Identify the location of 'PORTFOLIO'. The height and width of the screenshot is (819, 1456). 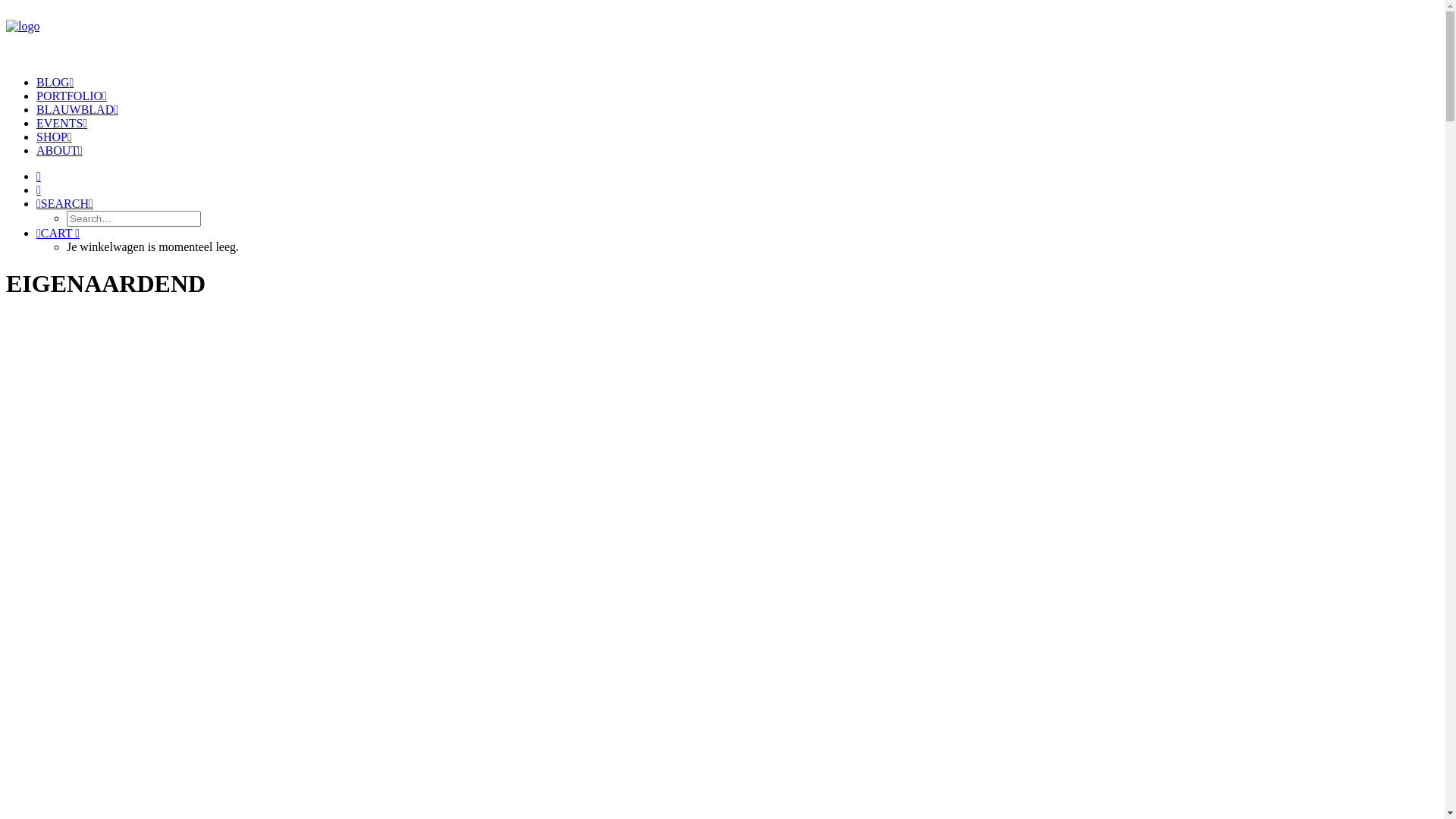
(71, 96).